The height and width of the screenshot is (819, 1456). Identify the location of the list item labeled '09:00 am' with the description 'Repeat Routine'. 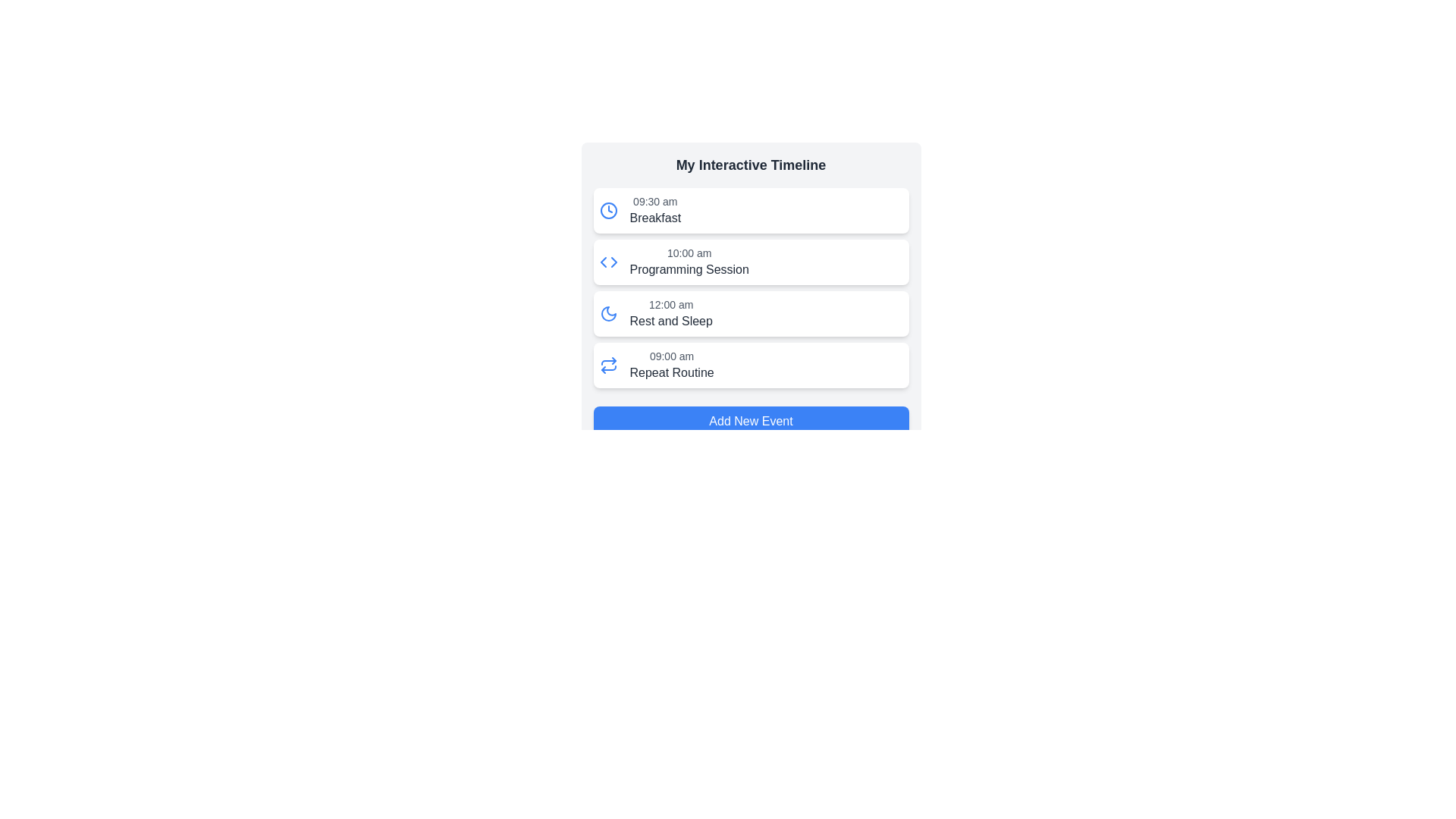
(656, 366).